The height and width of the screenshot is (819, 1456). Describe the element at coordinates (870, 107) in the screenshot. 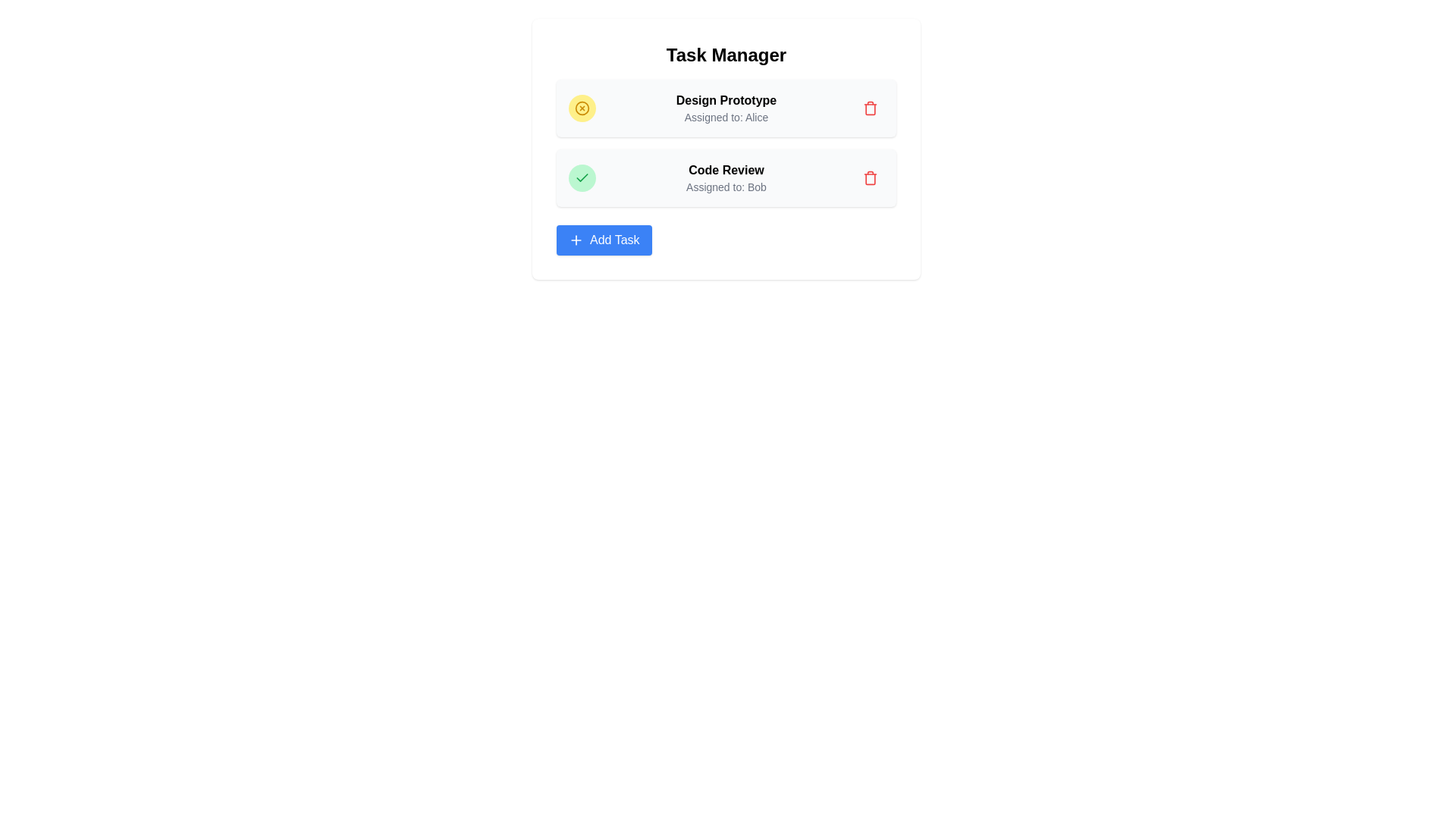

I see `the red trash bin button located in the upper right corner of the card labeled 'Design Prototype Assigned to: Alice' to initiate the delete action` at that location.